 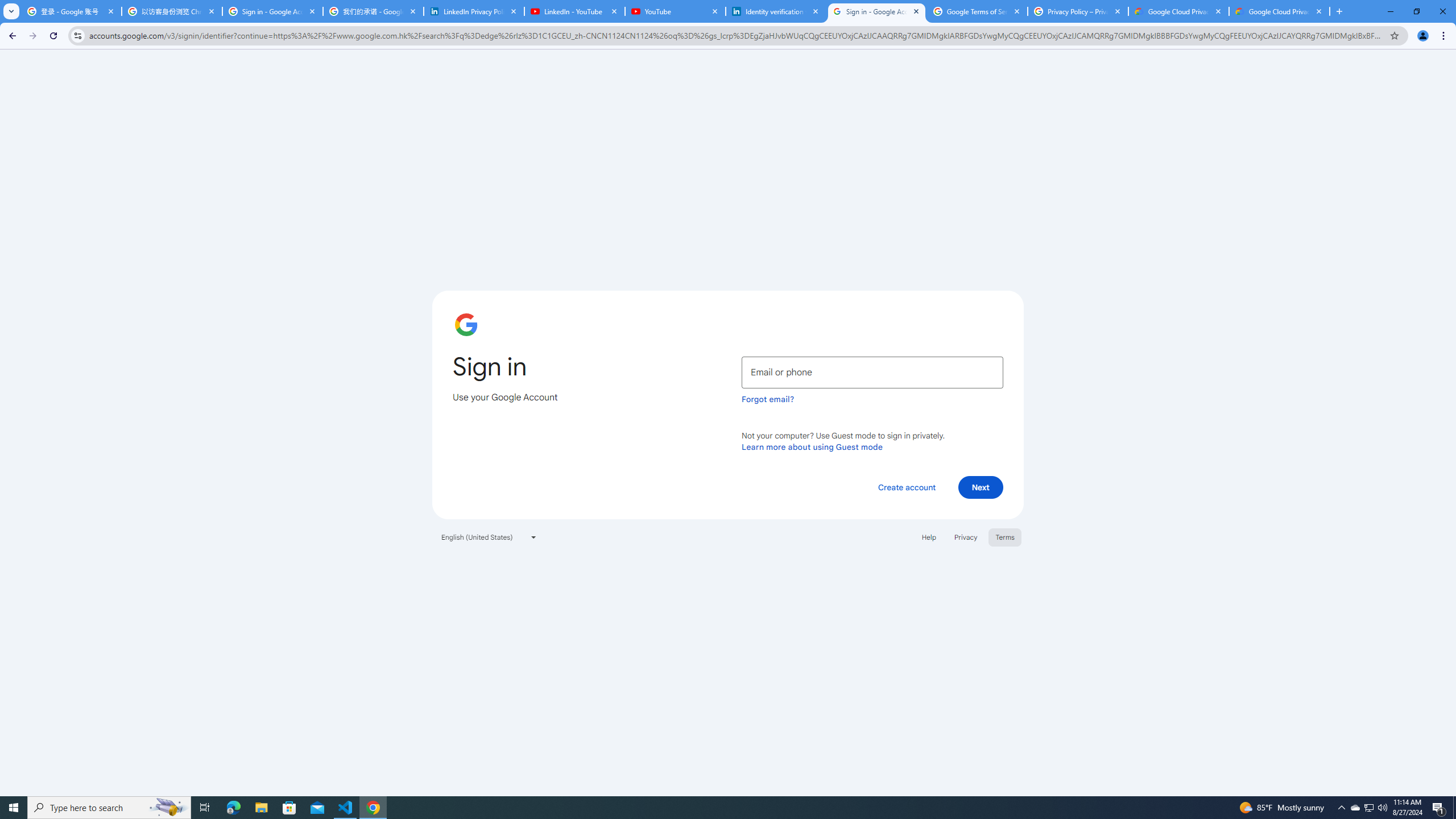 I want to click on 'Sign in - Google Accounts', so click(x=876, y=11).